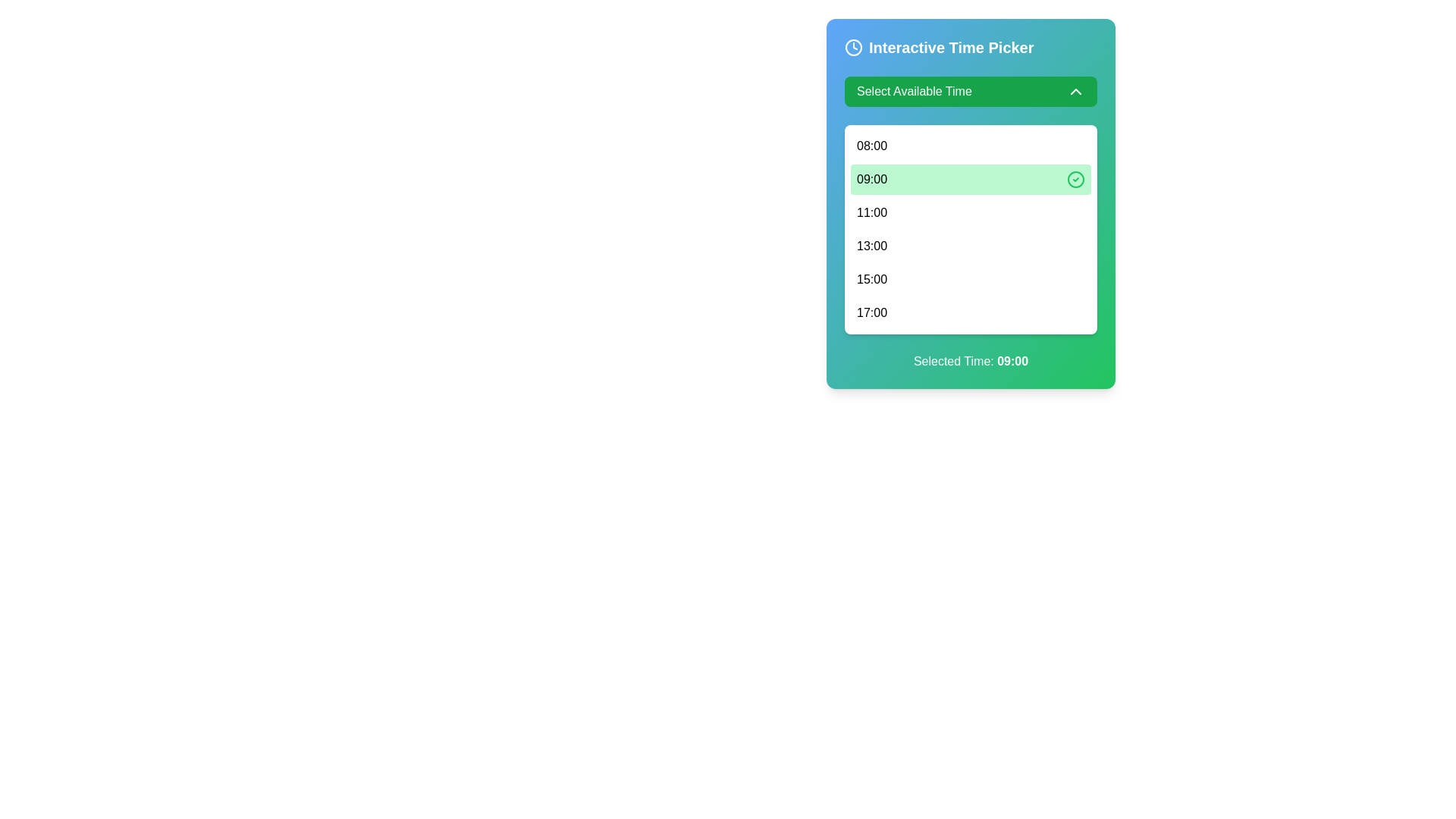 This screenshot has width=1456, height=819. I want to click on the circular boundary of the clock icon located at the top left of the widget header, so click(854, 46).